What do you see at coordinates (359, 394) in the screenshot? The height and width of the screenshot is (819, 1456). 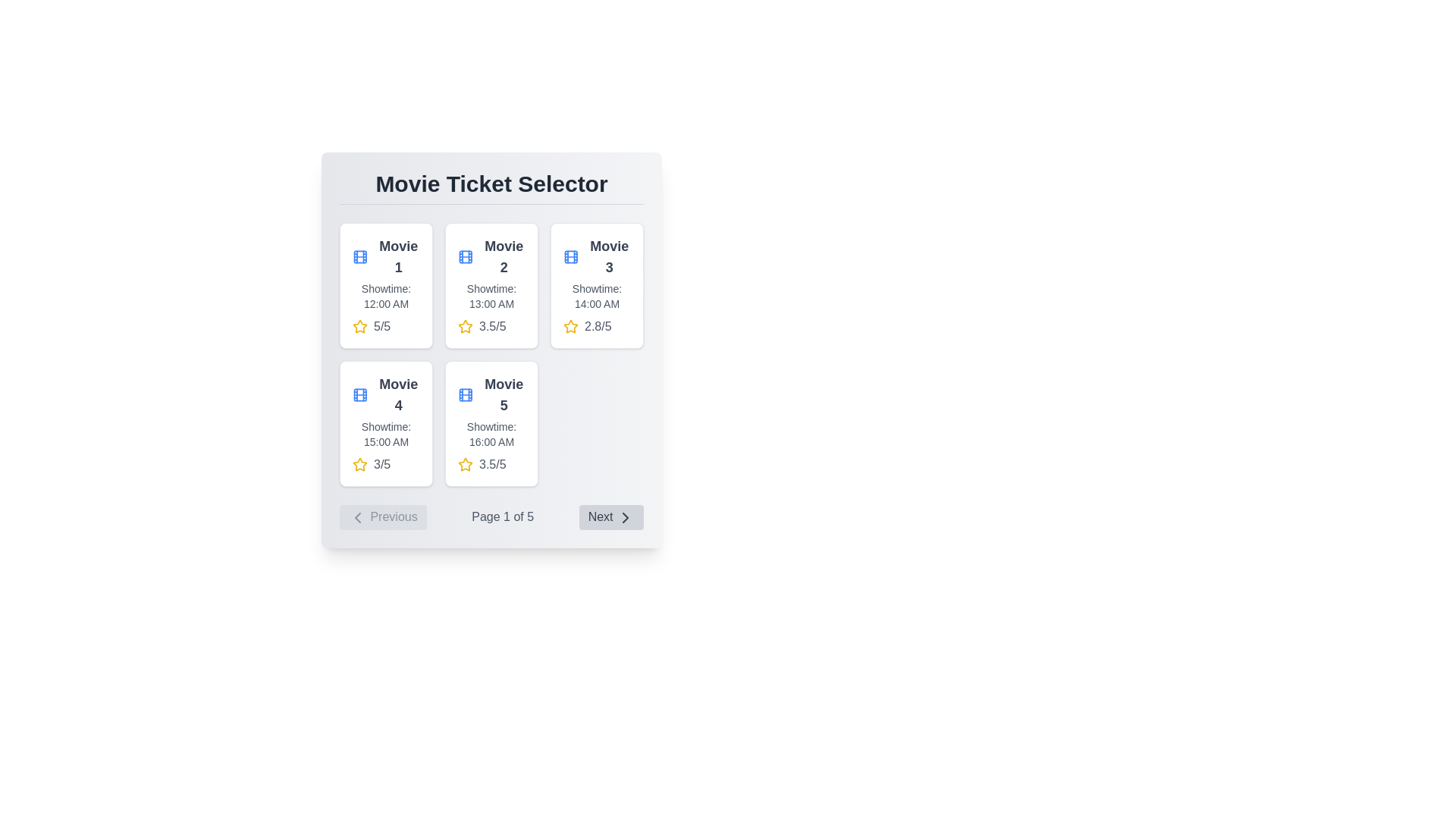 I see `the light blue rectangular icon representing a film reel, located in the header of the second card in the first row of the grid layout` at bounding box center [359, 394].